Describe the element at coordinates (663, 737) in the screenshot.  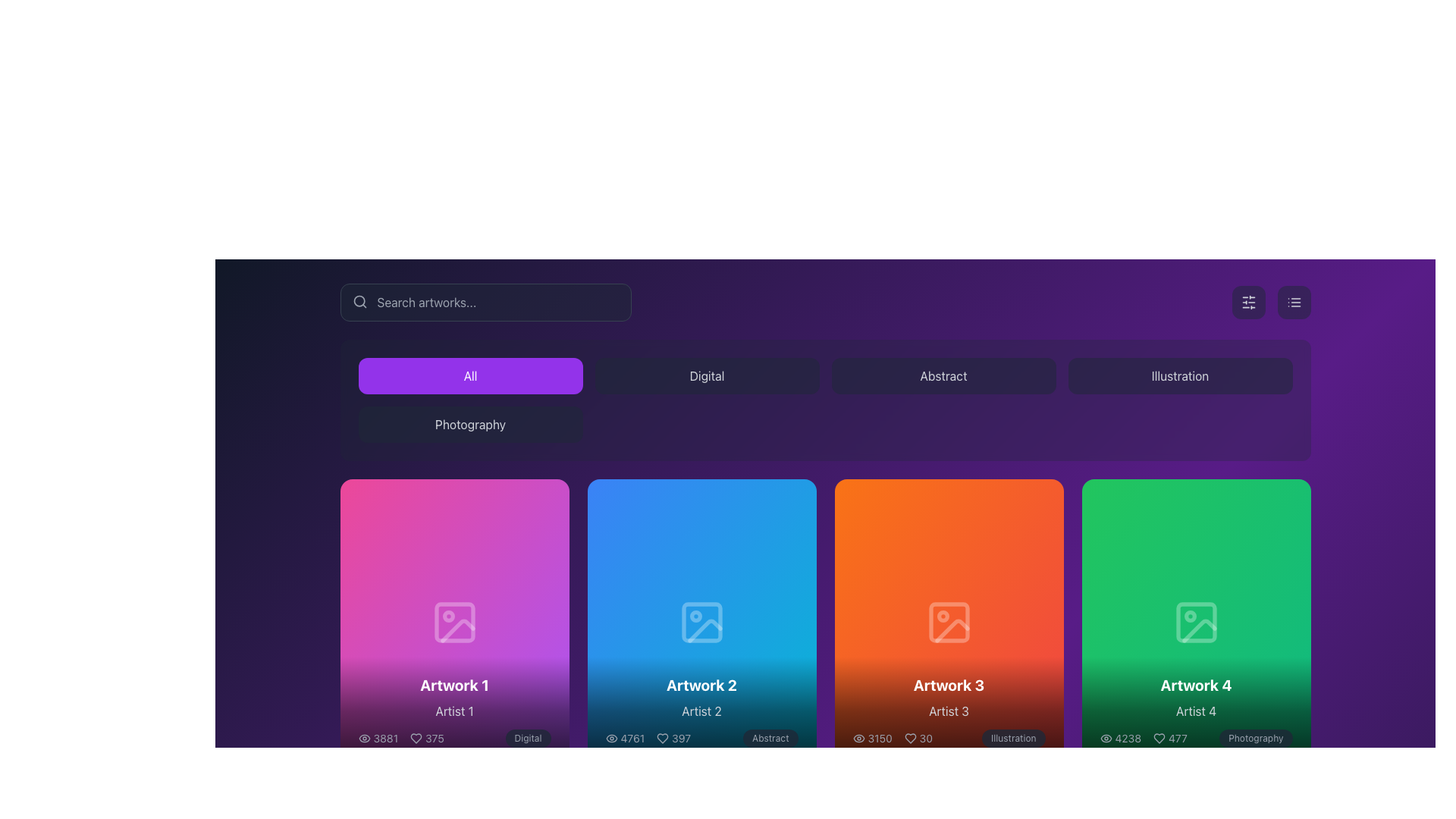
I see `the heart icon for Artwork 2 to possibly see additional actions or animations` at that location.